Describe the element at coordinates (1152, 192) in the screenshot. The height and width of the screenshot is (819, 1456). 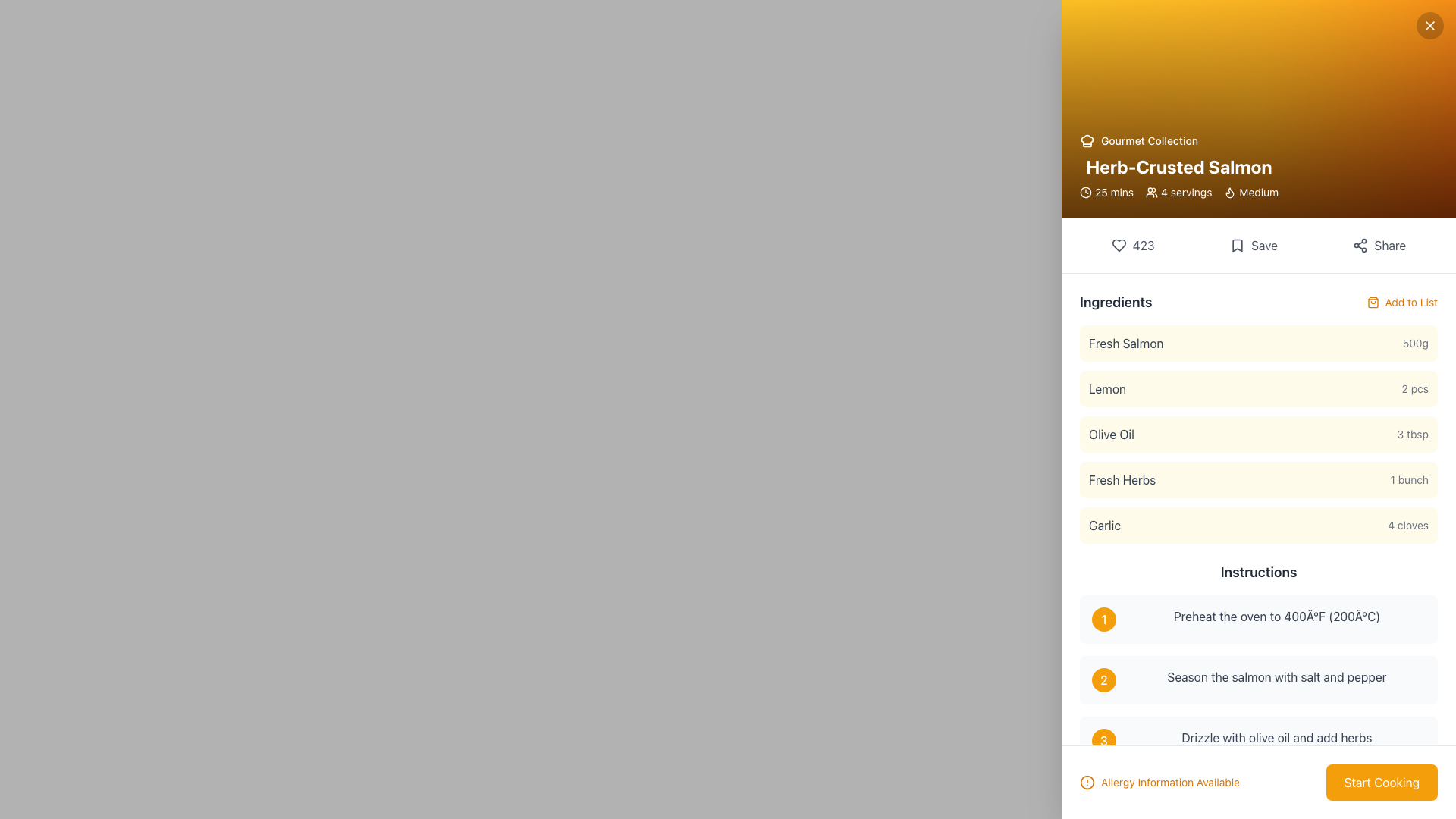
I see `the servings indicator icon located to the left of the '4 servings' text in the header section of the interface` at that location.